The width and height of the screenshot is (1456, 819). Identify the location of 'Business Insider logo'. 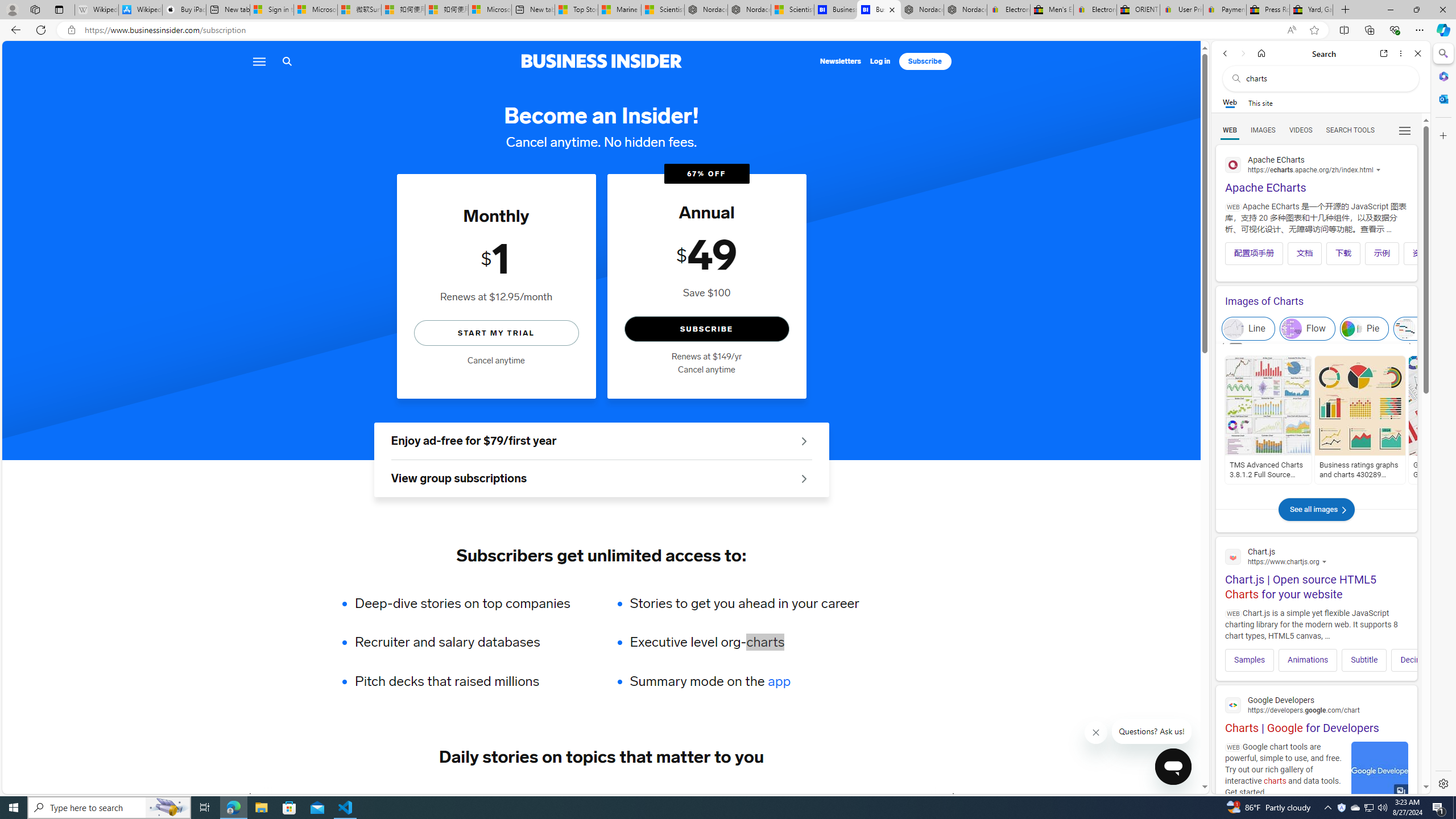
(601, 61).